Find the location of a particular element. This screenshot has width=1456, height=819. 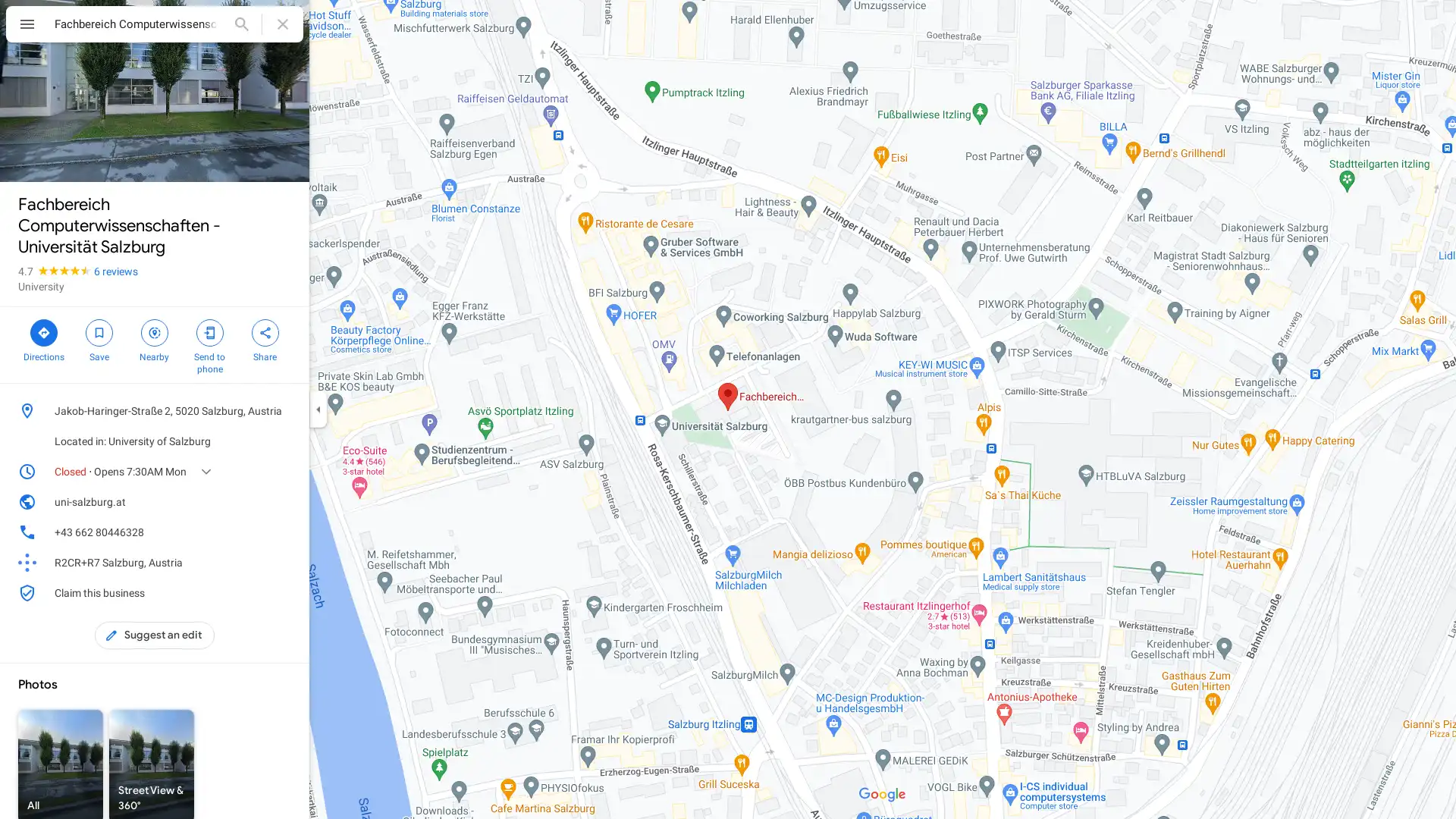

Search is located at coordinates (240, 24).